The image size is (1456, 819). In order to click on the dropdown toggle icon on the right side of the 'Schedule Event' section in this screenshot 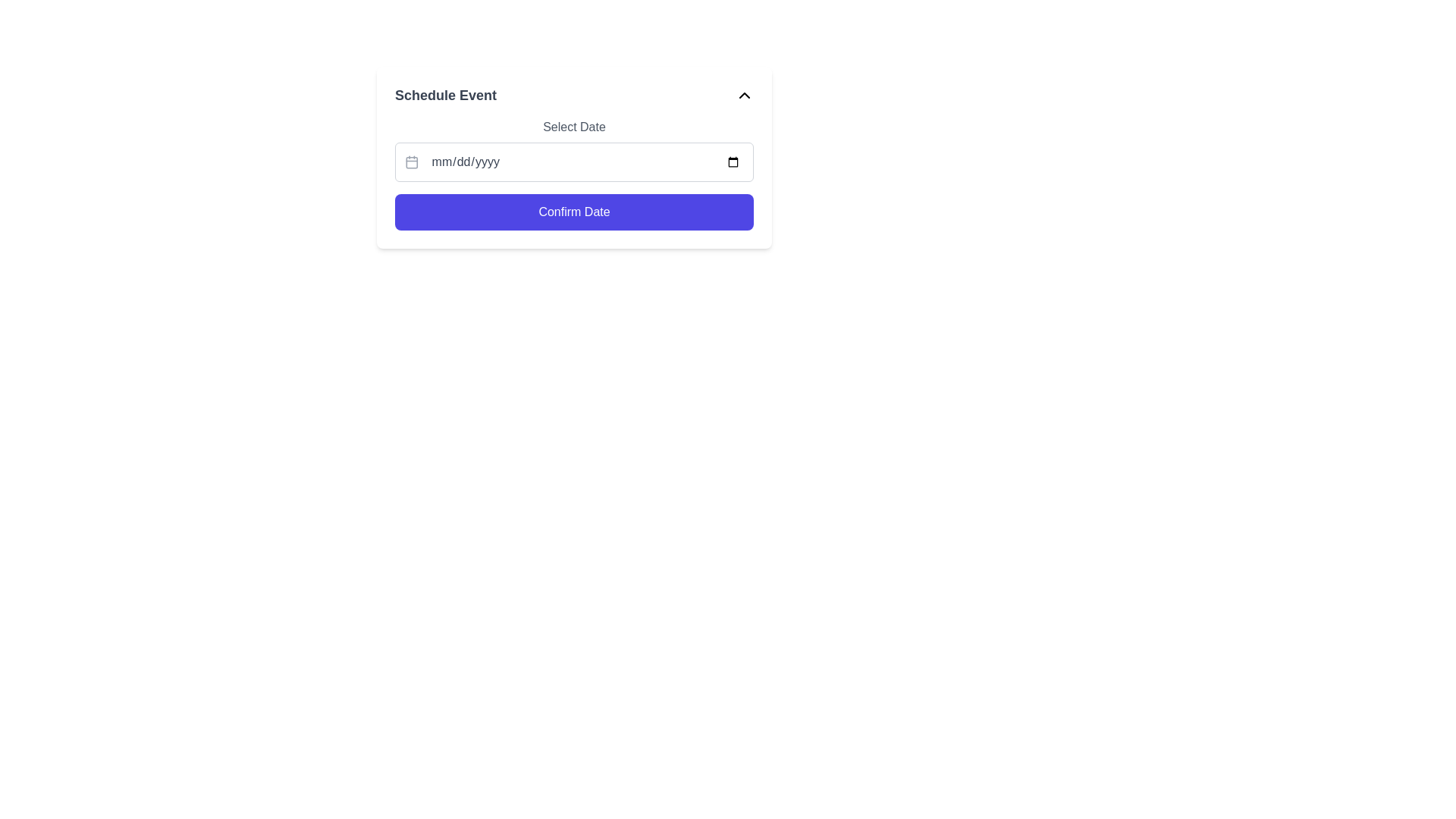, I will do `click(745, 96)`.